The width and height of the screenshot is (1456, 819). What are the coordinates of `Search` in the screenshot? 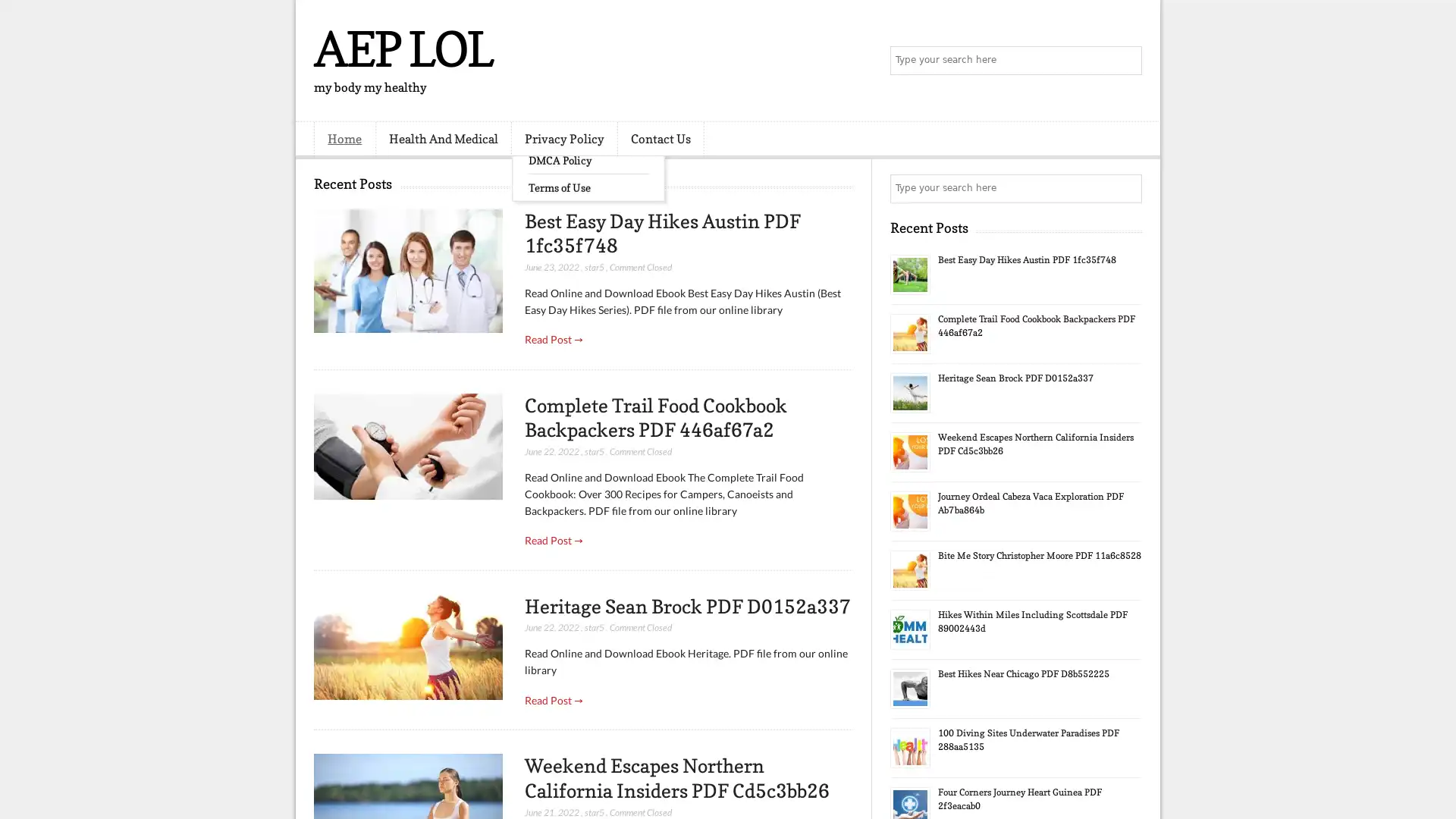 It's located at (1126, 188).